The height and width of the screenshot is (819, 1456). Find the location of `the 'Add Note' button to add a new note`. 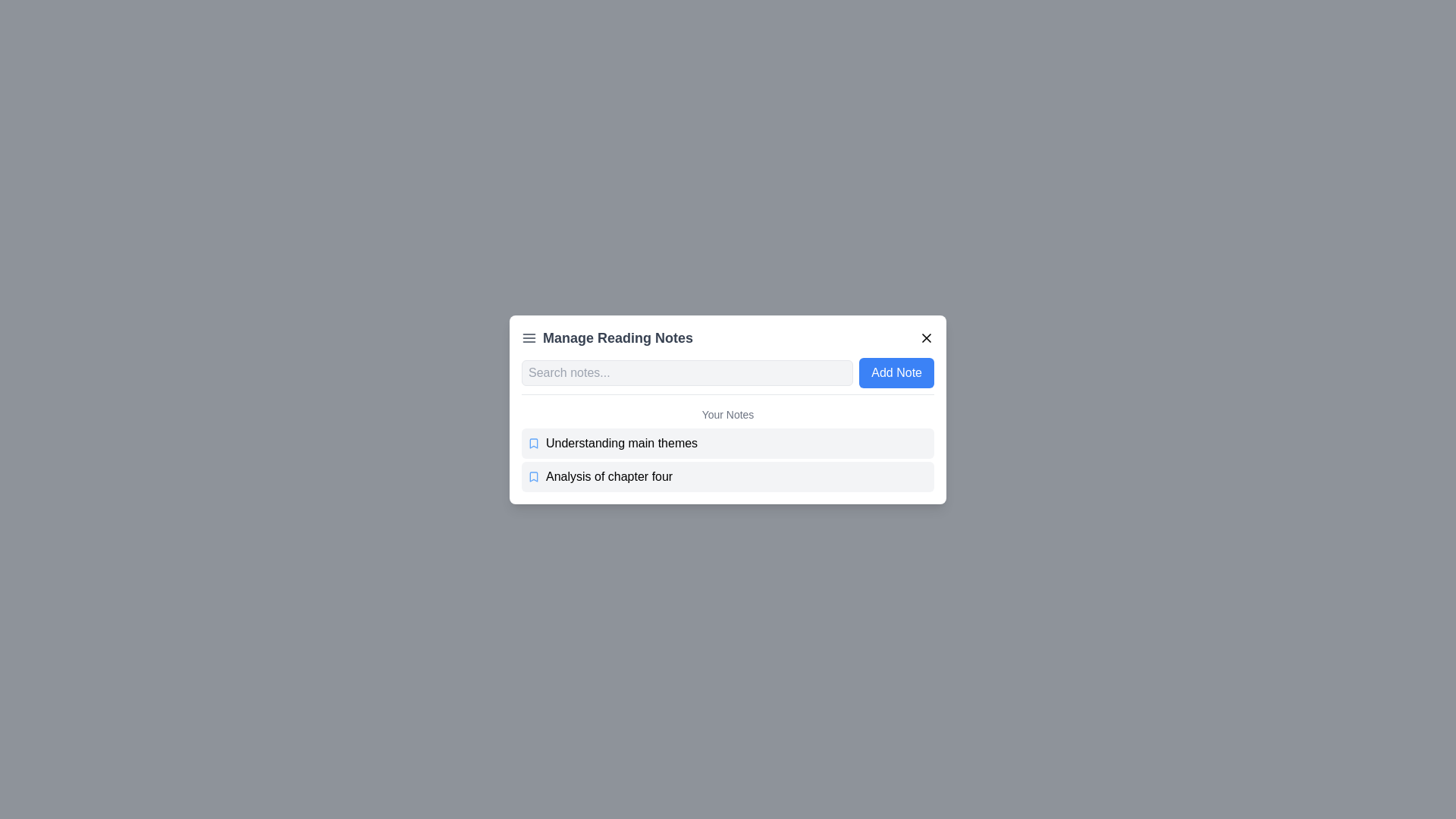

the 'Add Note' button to add a new note is located at coordinates (896, 372).